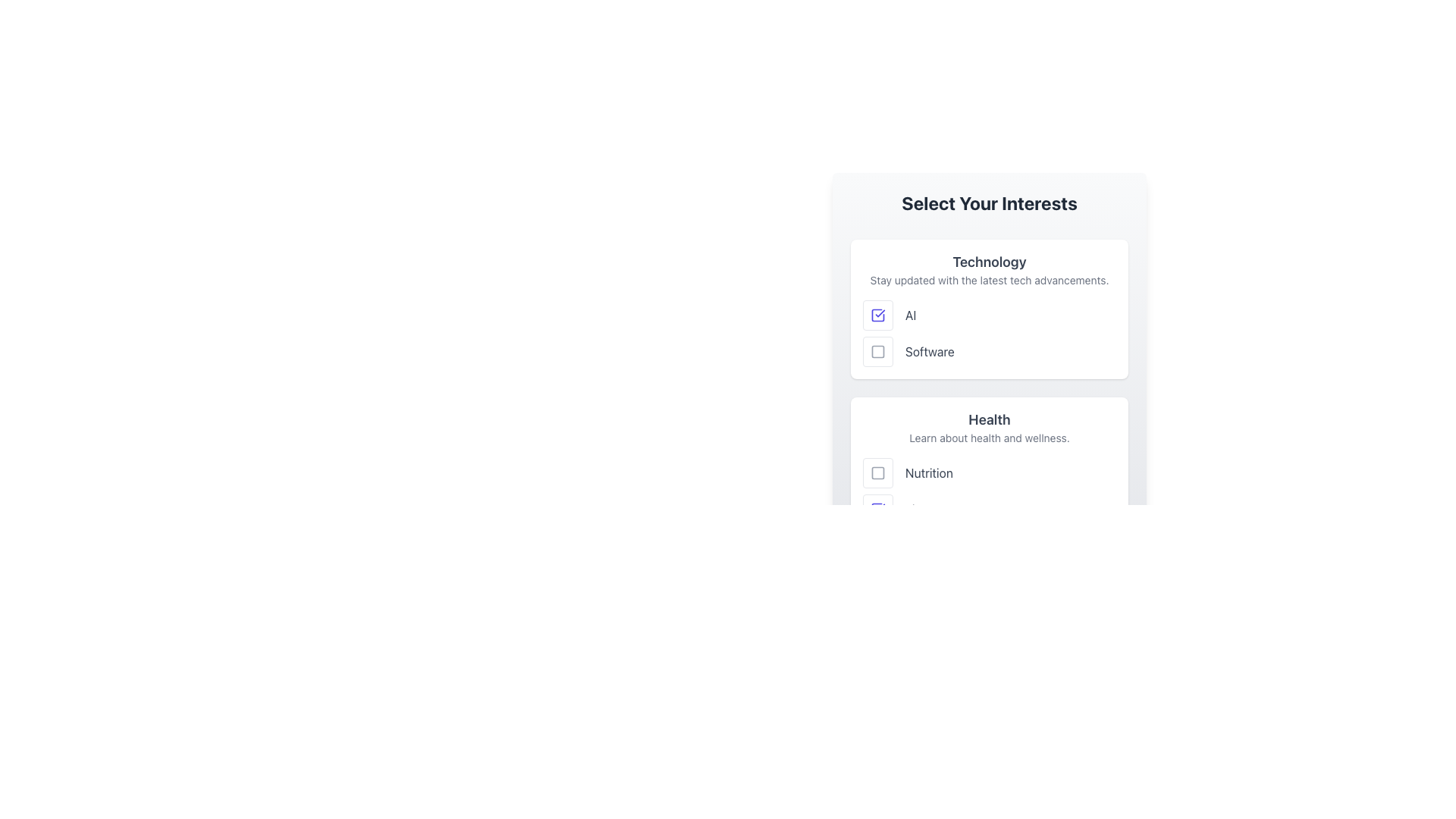 This screenshot has width=1456, height=819. I want to click on the checkbox located to the left of the text 'Nutrition', so click(877, 472).